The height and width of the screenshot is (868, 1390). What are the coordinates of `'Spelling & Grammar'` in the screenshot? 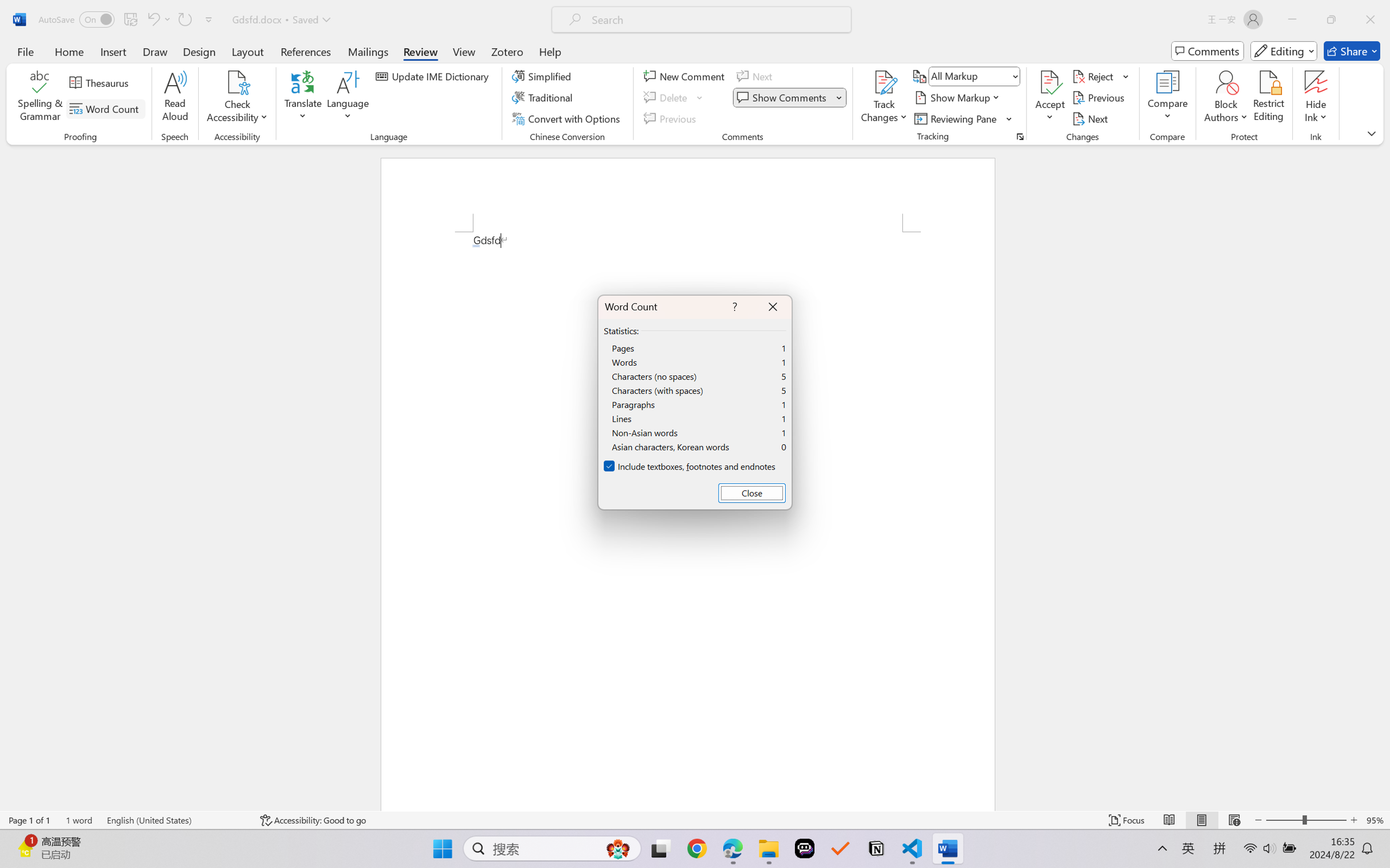 It's located at (40, 98).